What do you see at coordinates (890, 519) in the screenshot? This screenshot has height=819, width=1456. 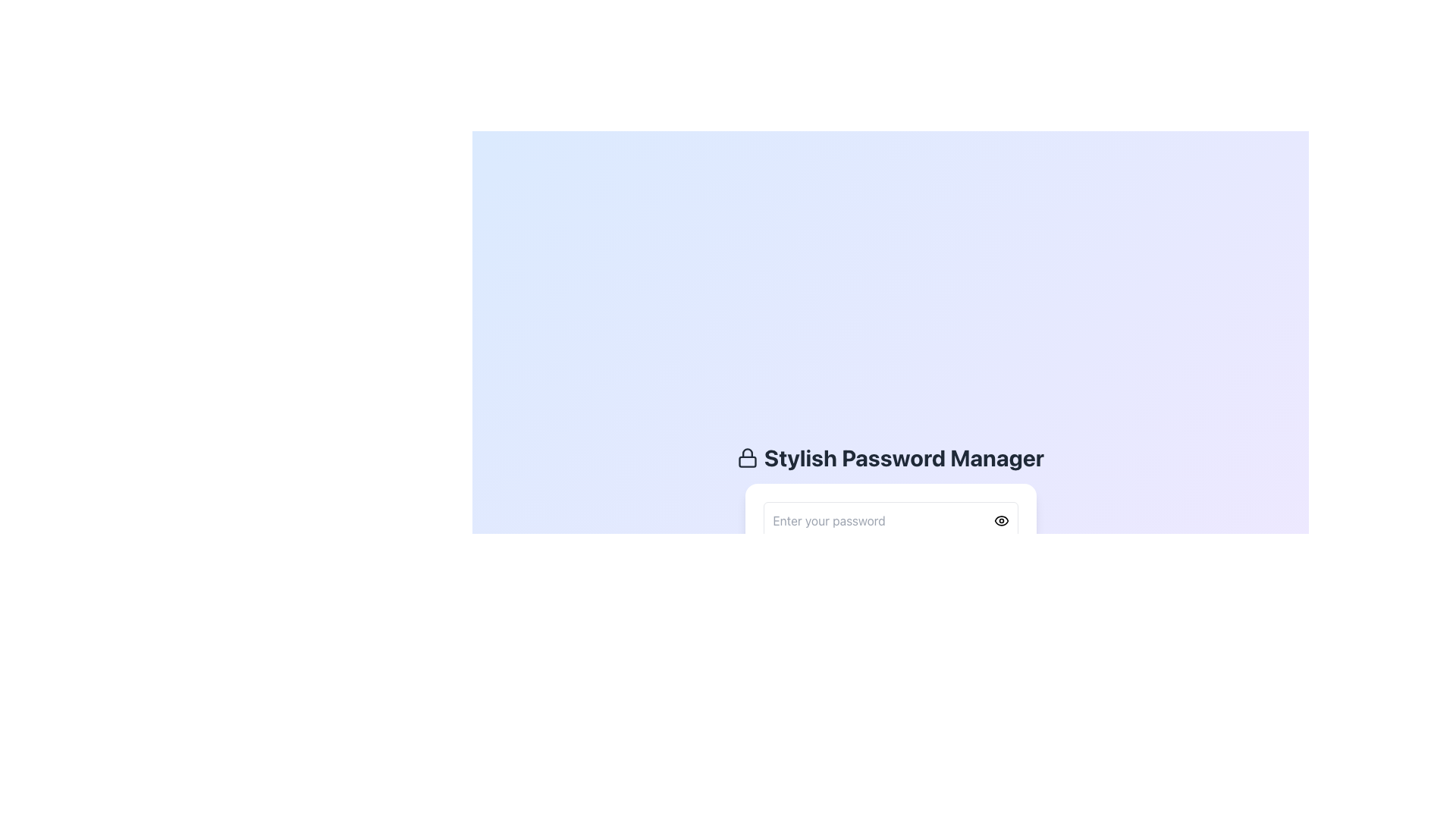 I see `the password input field with the prompt 'Enter your password' to focus on it` at bounding box center [890, 519].